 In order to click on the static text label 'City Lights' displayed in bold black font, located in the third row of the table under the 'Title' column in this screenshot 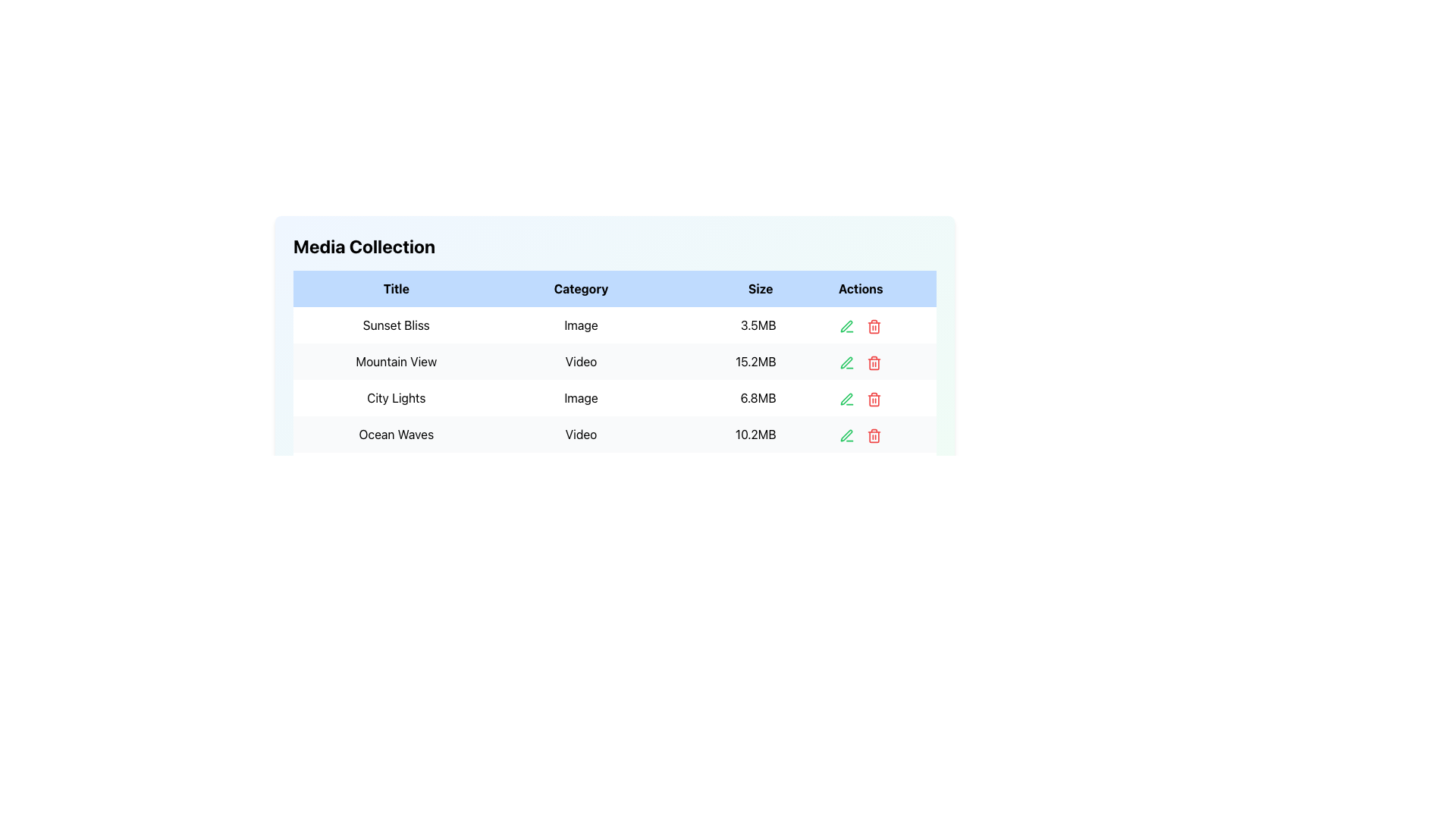, I will do `click(396, 397)`.